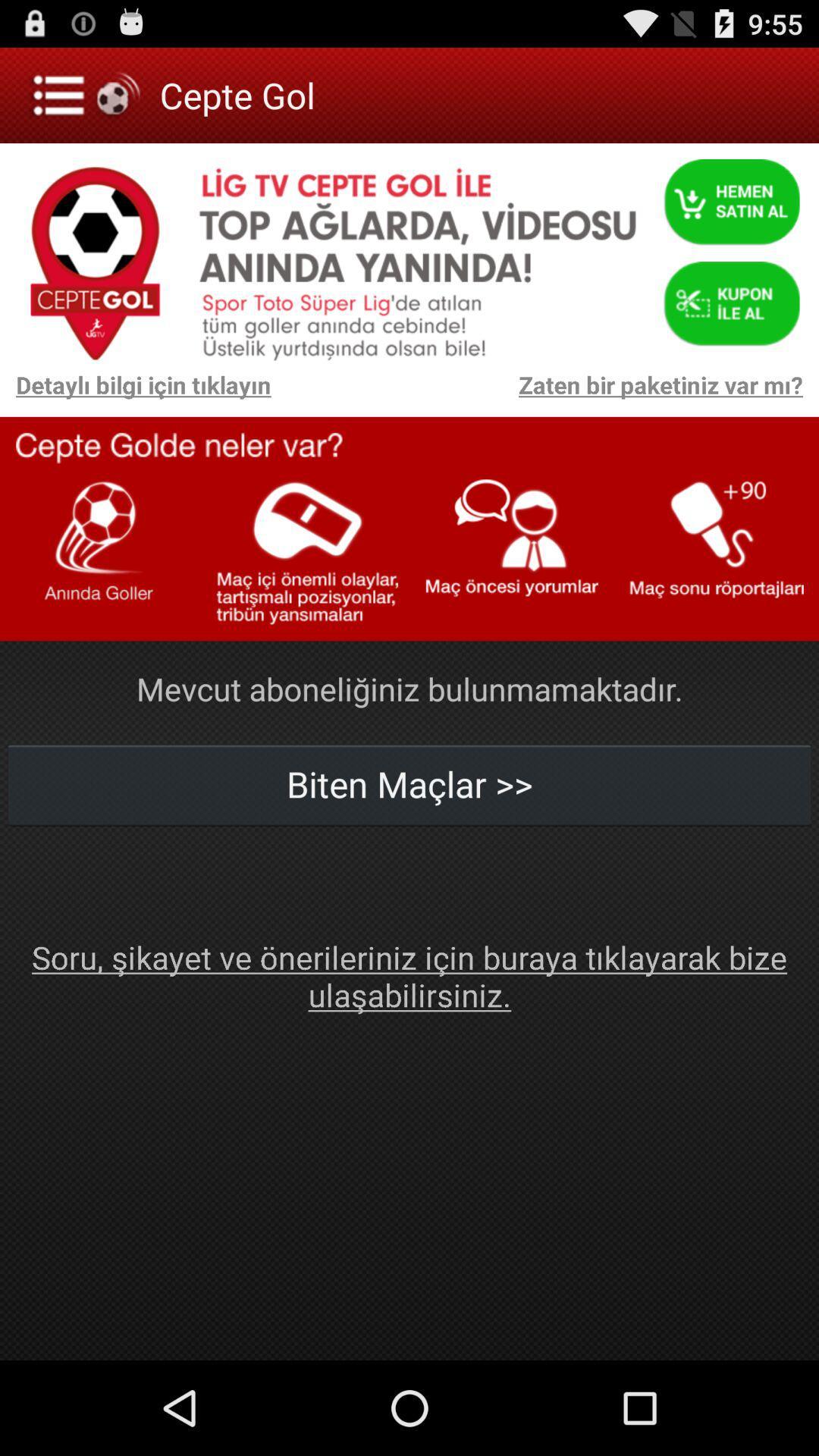 This screenshot has width=819, height=1456. Describe the element at coordinates (96, 256) in the screenshot. I see `a icon ceptegol which is below menu option on the left side of the page` at that location.